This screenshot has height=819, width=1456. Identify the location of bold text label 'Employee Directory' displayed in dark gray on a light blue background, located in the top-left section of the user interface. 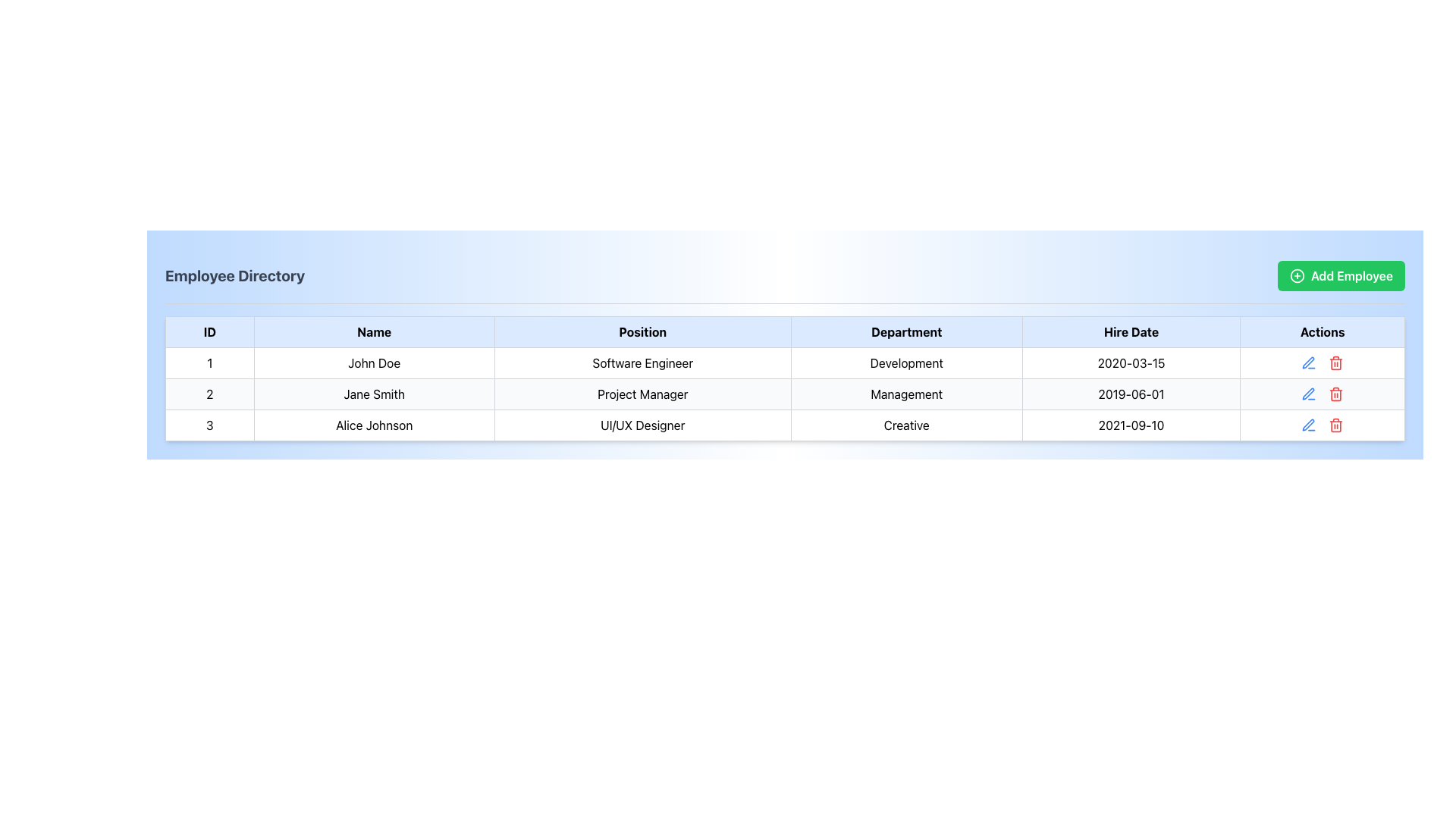
(234, 275).